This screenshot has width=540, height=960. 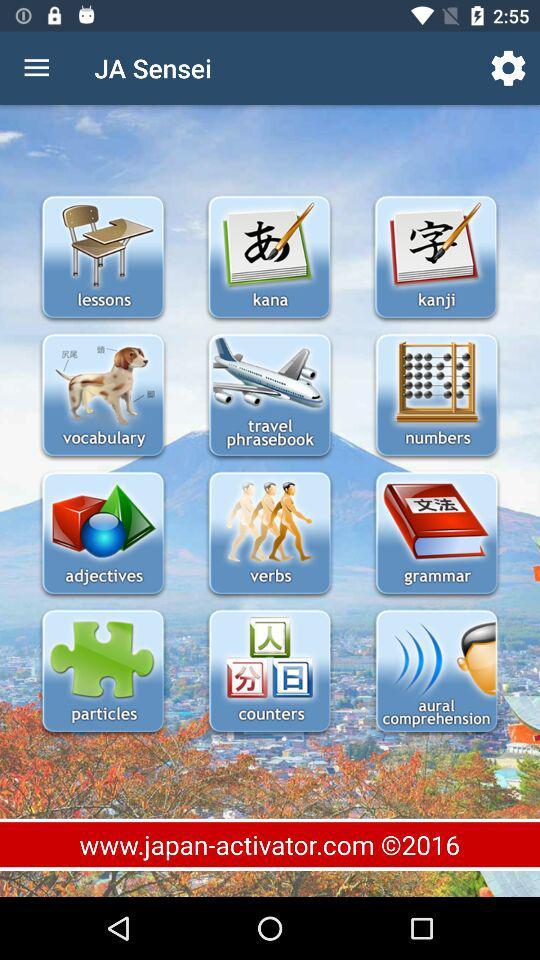 What do you see at coordinates (435, 673) in the screenshot?
I see `aural comprehension lesson` at bounding box center [435, 673].